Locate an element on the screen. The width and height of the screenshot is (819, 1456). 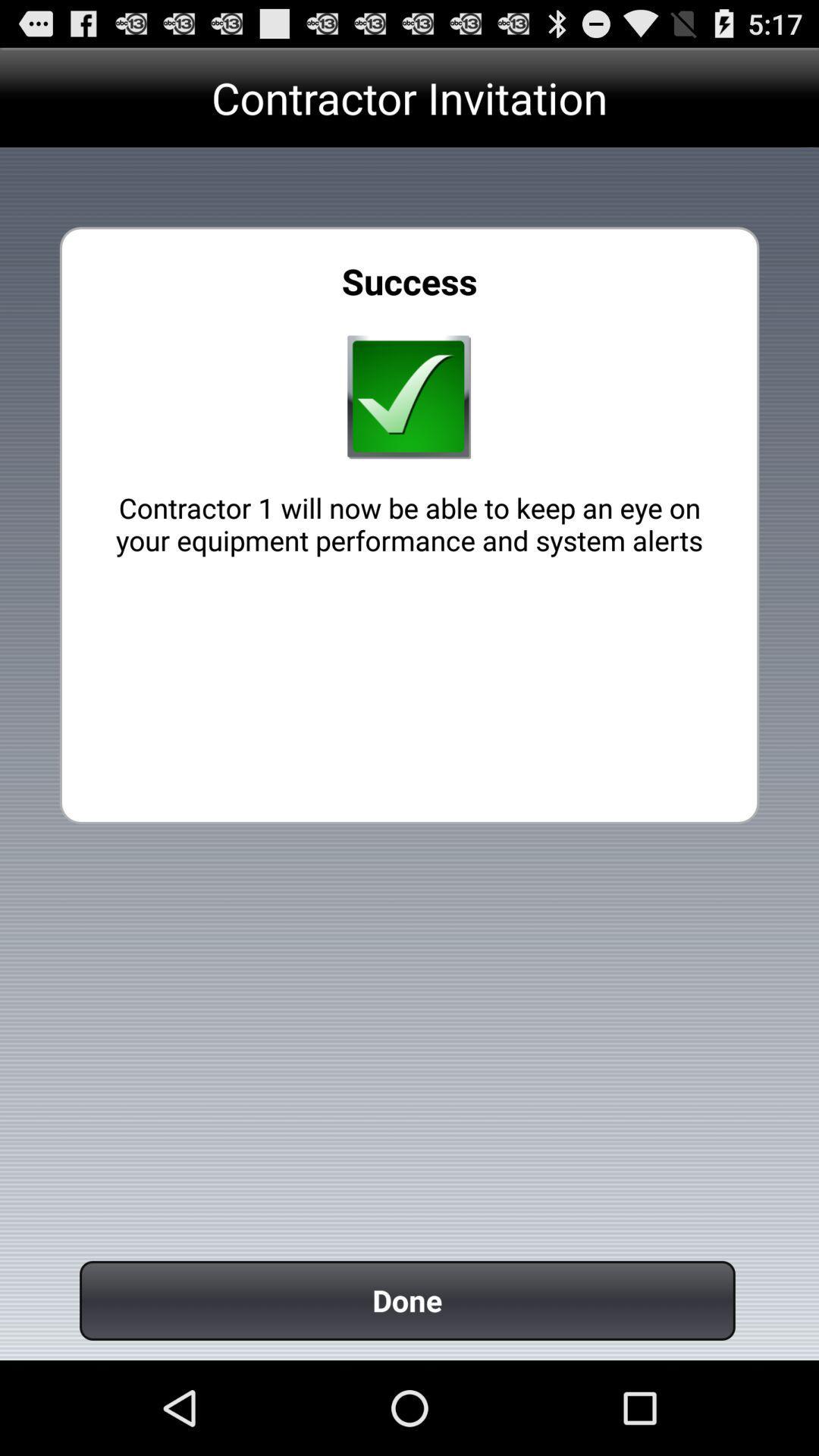
button at the bottom is located at coordinates (406, 1300).